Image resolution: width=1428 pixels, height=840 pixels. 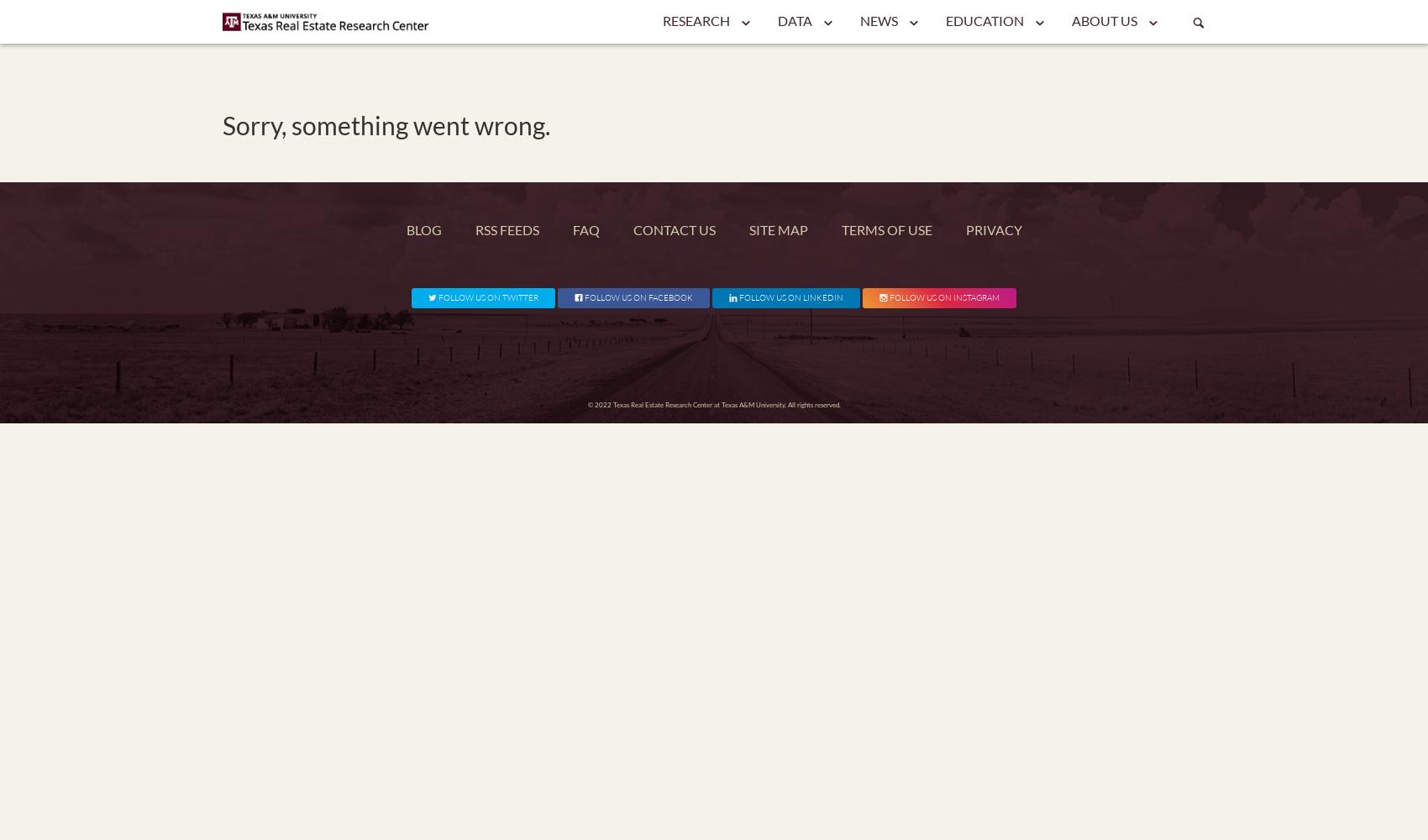 What do you see at coordinates (777, 229) in the screenshot?
I see `'Site Map'` at bounding box center [777, 229].